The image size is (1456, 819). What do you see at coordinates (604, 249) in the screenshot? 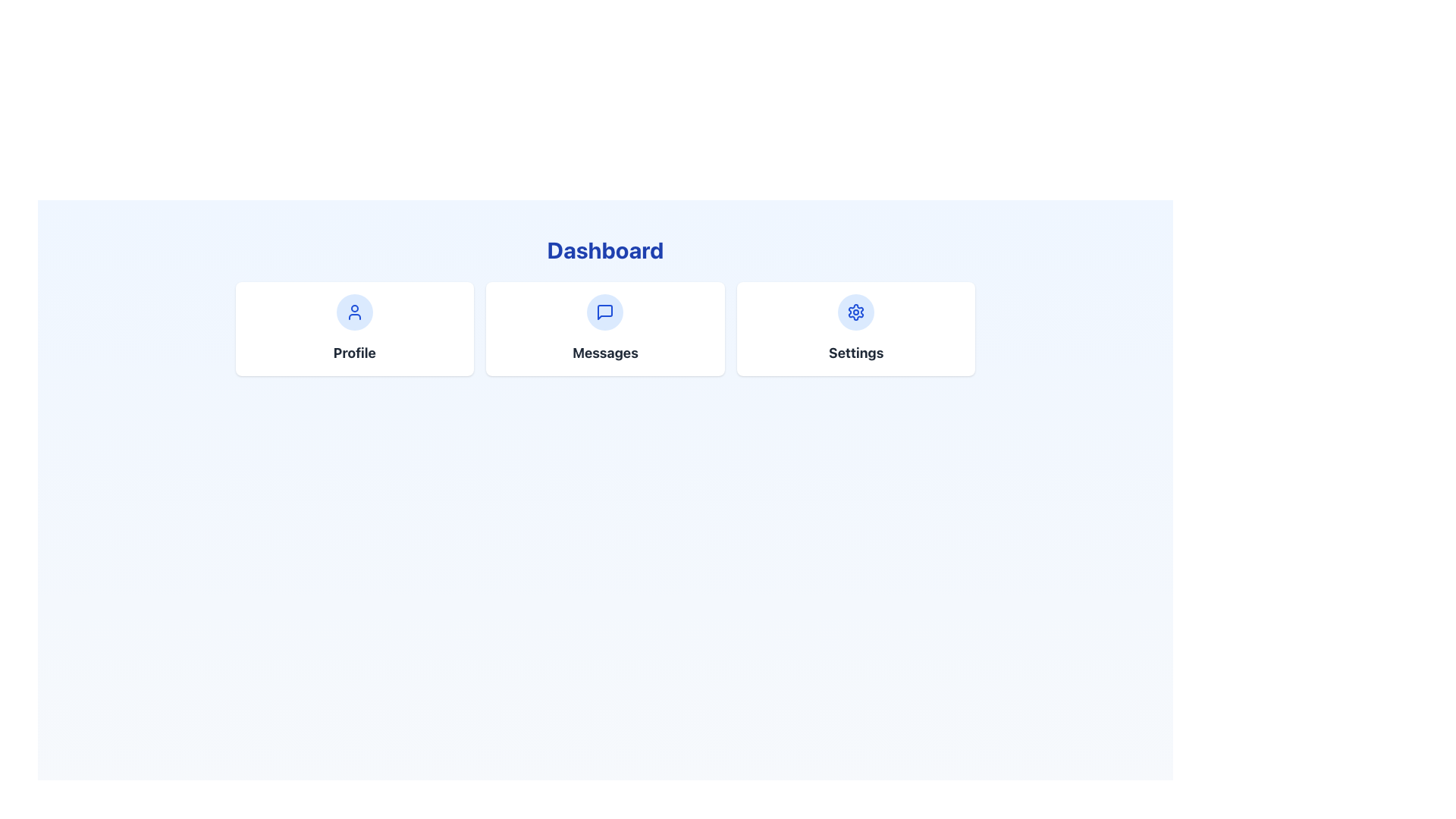
I see `the Text Header indicating the user is on the Dashboard page, which is positioned near the top and horizontally centered above the tiles labeled 'Profile', 'Messages', and 'Settings'` at bounding box center [604, 249].